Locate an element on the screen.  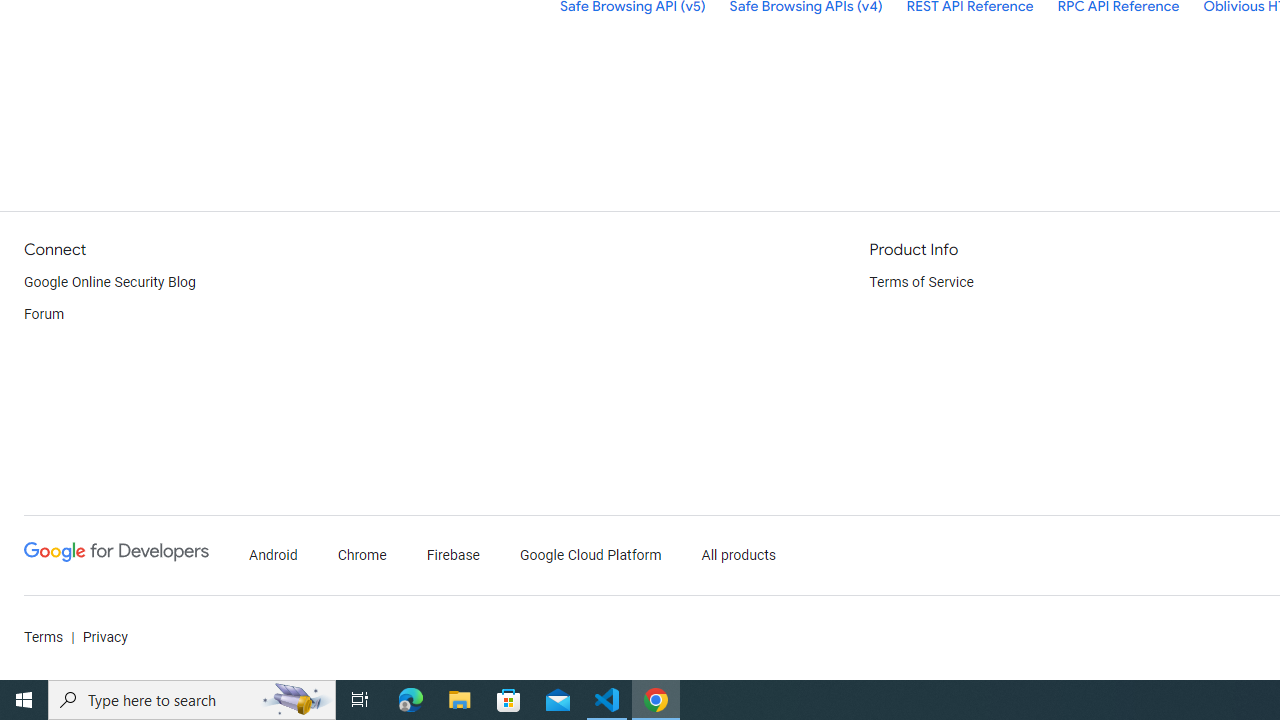
'Google Cloud Platform' is located at coordinates (589, 555).